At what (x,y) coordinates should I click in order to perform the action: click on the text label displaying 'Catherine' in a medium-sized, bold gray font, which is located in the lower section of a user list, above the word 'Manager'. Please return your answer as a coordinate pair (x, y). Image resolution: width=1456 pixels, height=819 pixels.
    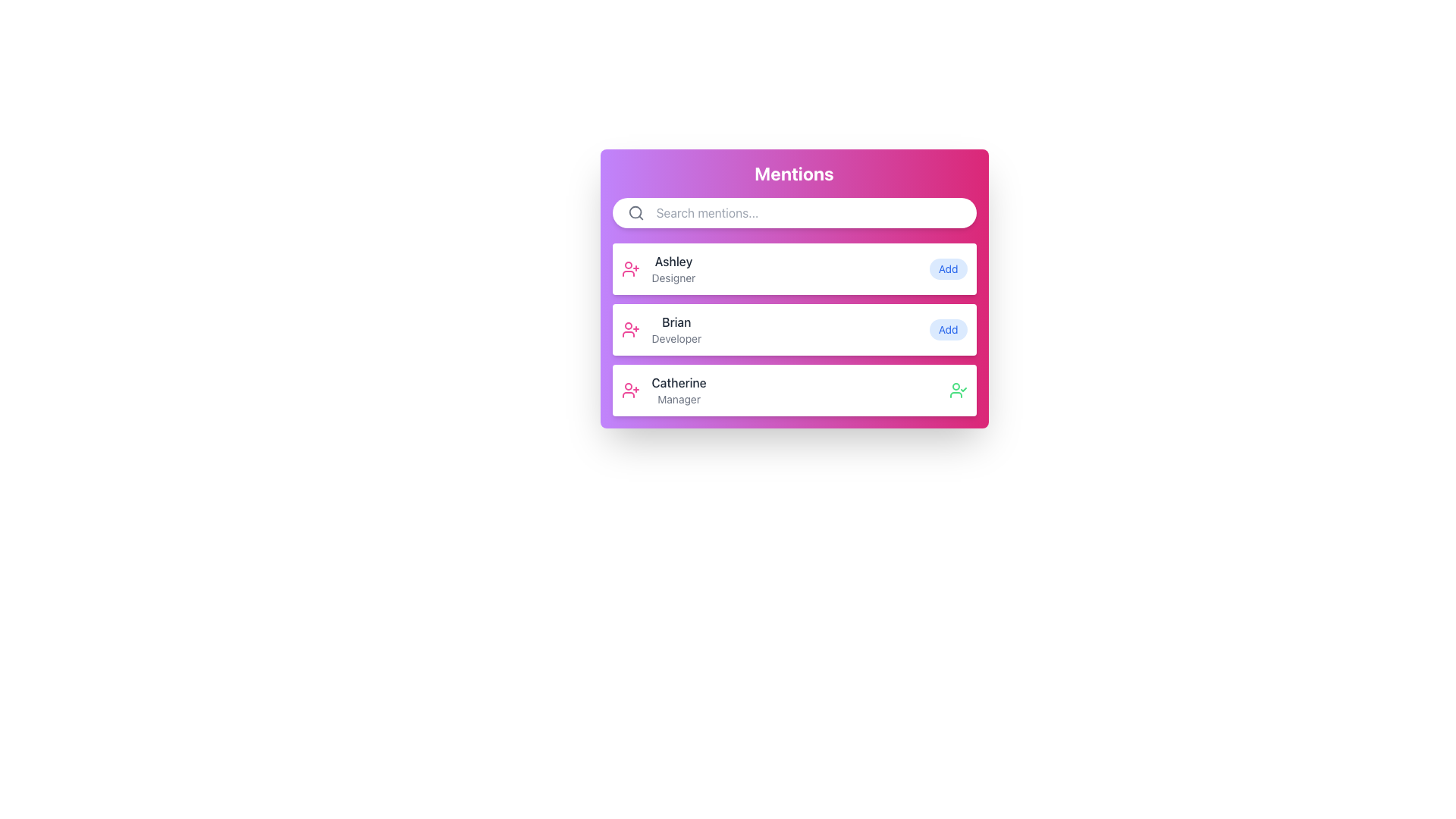
    Looking at the image, I should click on (678, 382).